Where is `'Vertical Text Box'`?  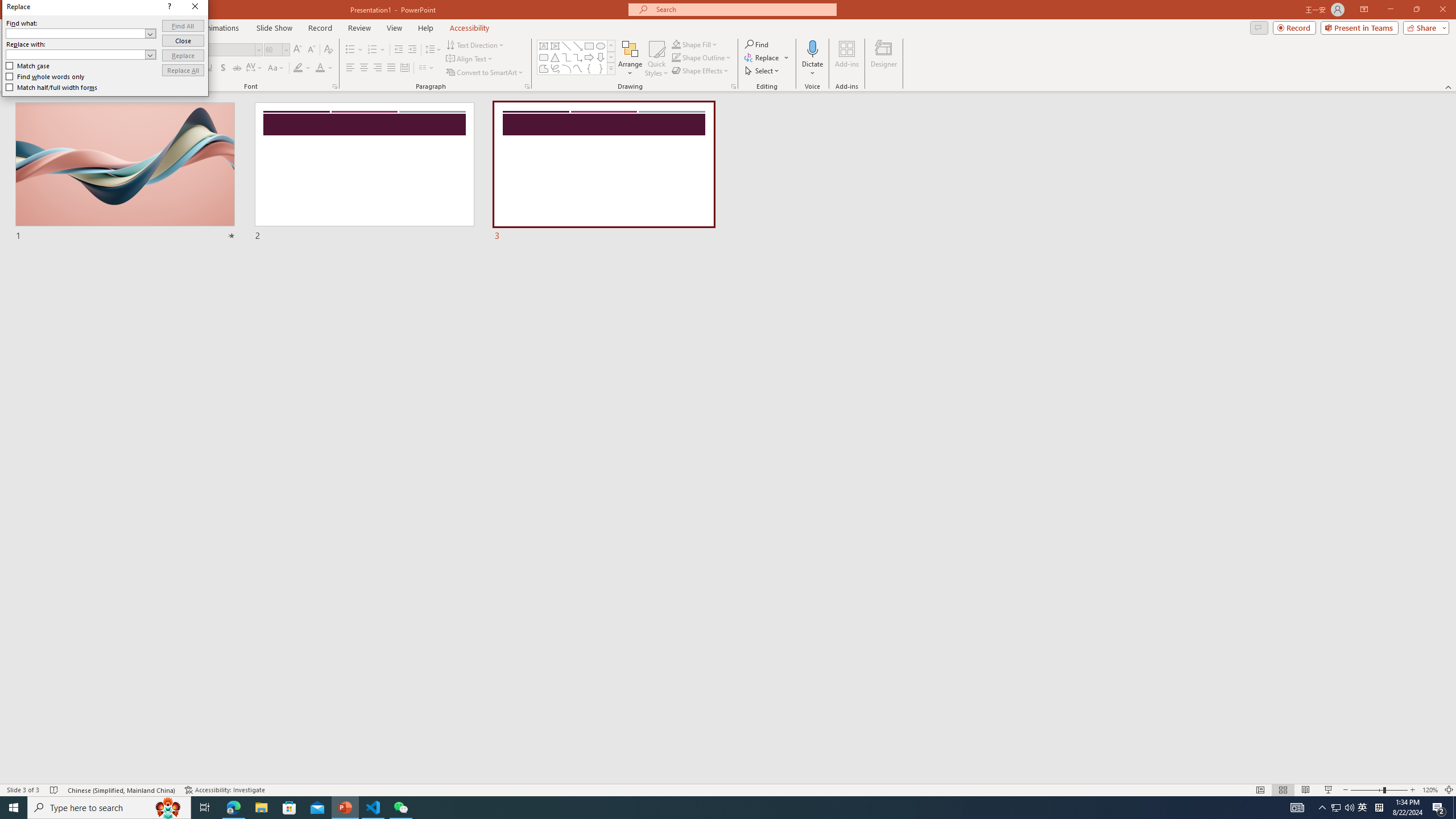 'Vertical Text Box' is located at coordinates (554, 45).